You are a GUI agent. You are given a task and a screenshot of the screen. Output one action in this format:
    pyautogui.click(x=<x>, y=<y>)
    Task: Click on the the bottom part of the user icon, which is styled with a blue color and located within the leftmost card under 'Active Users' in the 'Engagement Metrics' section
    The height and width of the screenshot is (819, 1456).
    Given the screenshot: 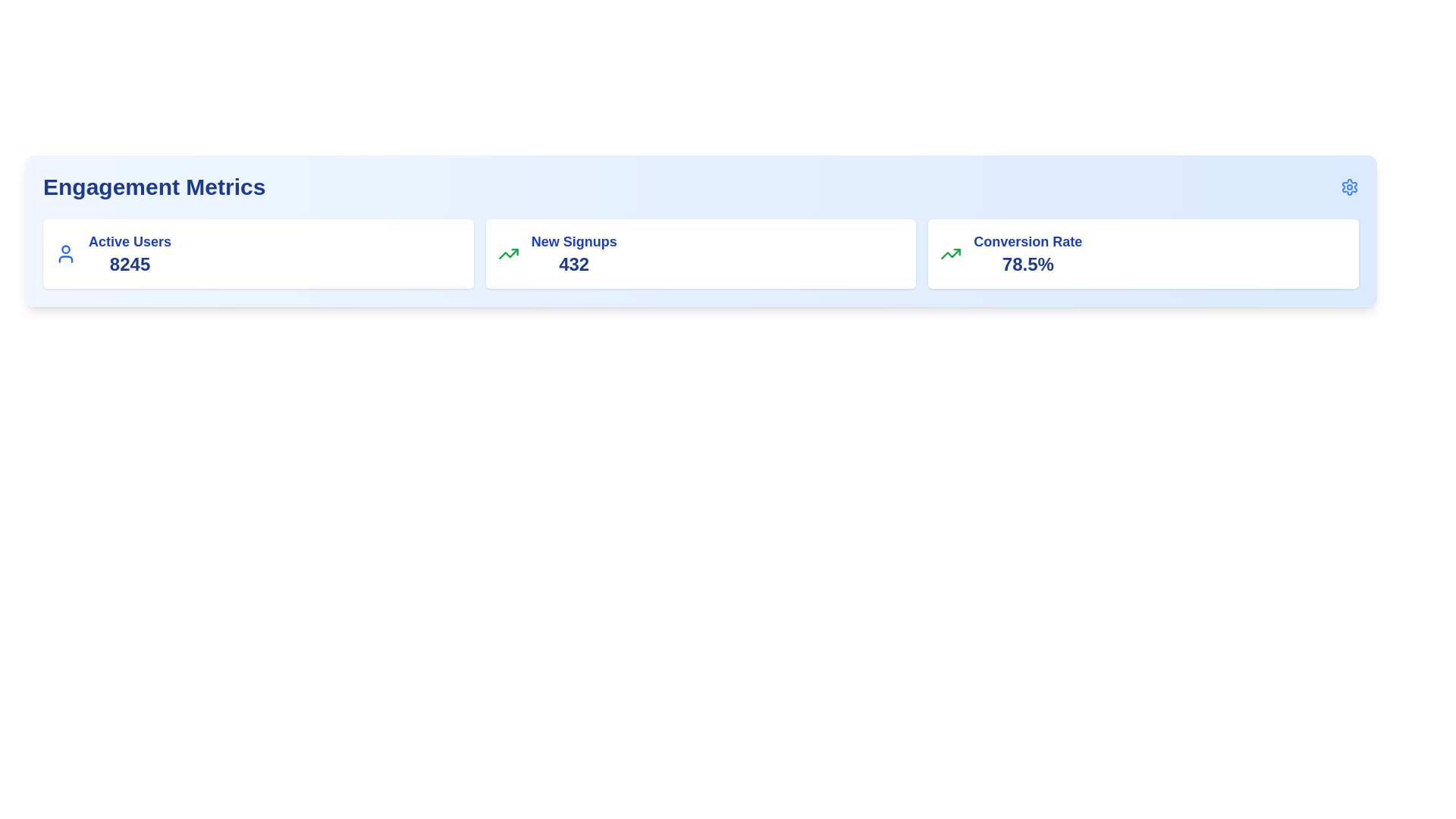 What is the action you would take?
    pyautogui.click(x=64, y=259)
    